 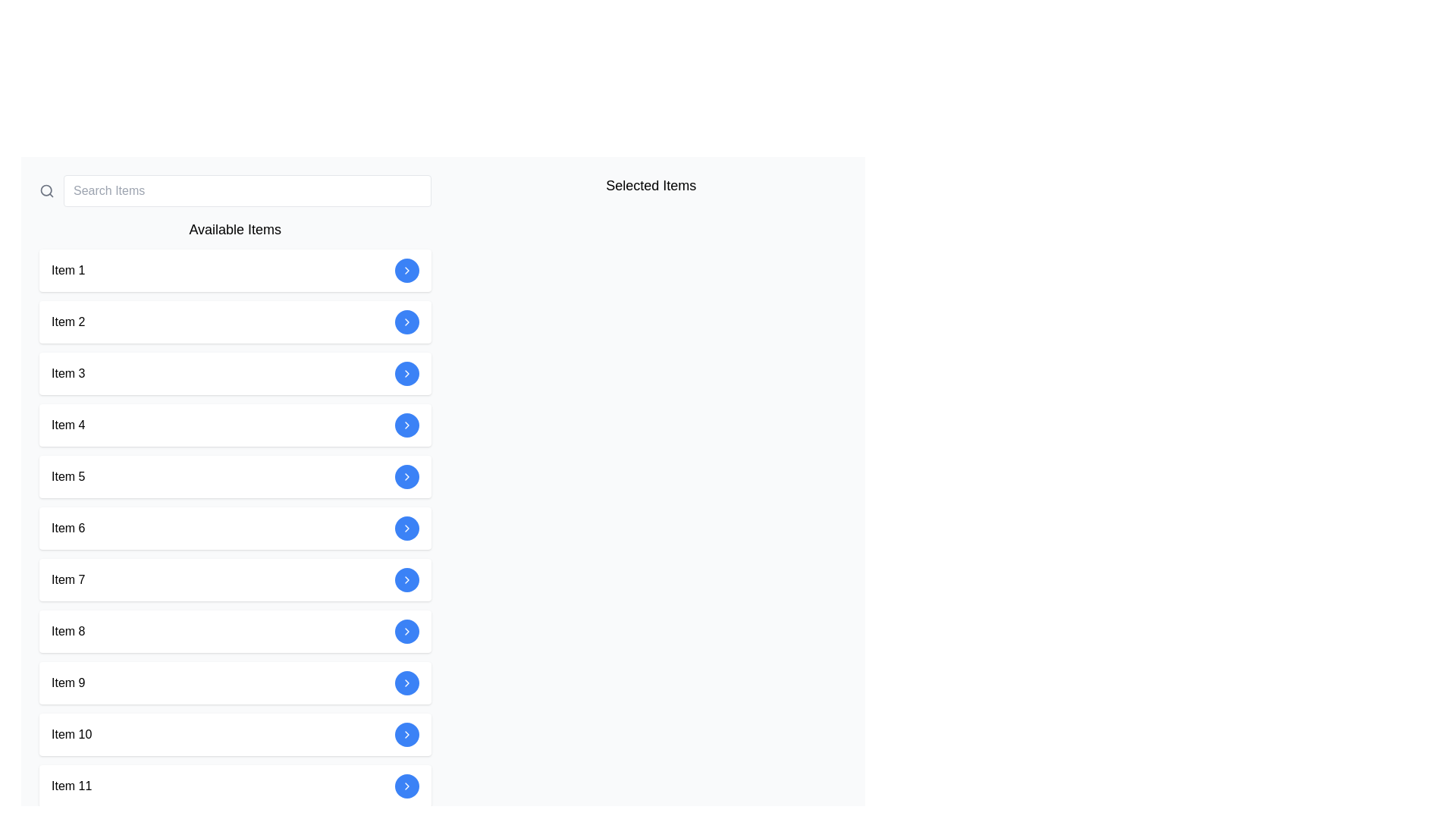 What do you see at coordinates (406, 579) in the screenshot?
I see `the circular blue button with a white right-facing arrow icon located in the 'Item 7' row of the 'Available Items' list` at bounding box center [406, 579].